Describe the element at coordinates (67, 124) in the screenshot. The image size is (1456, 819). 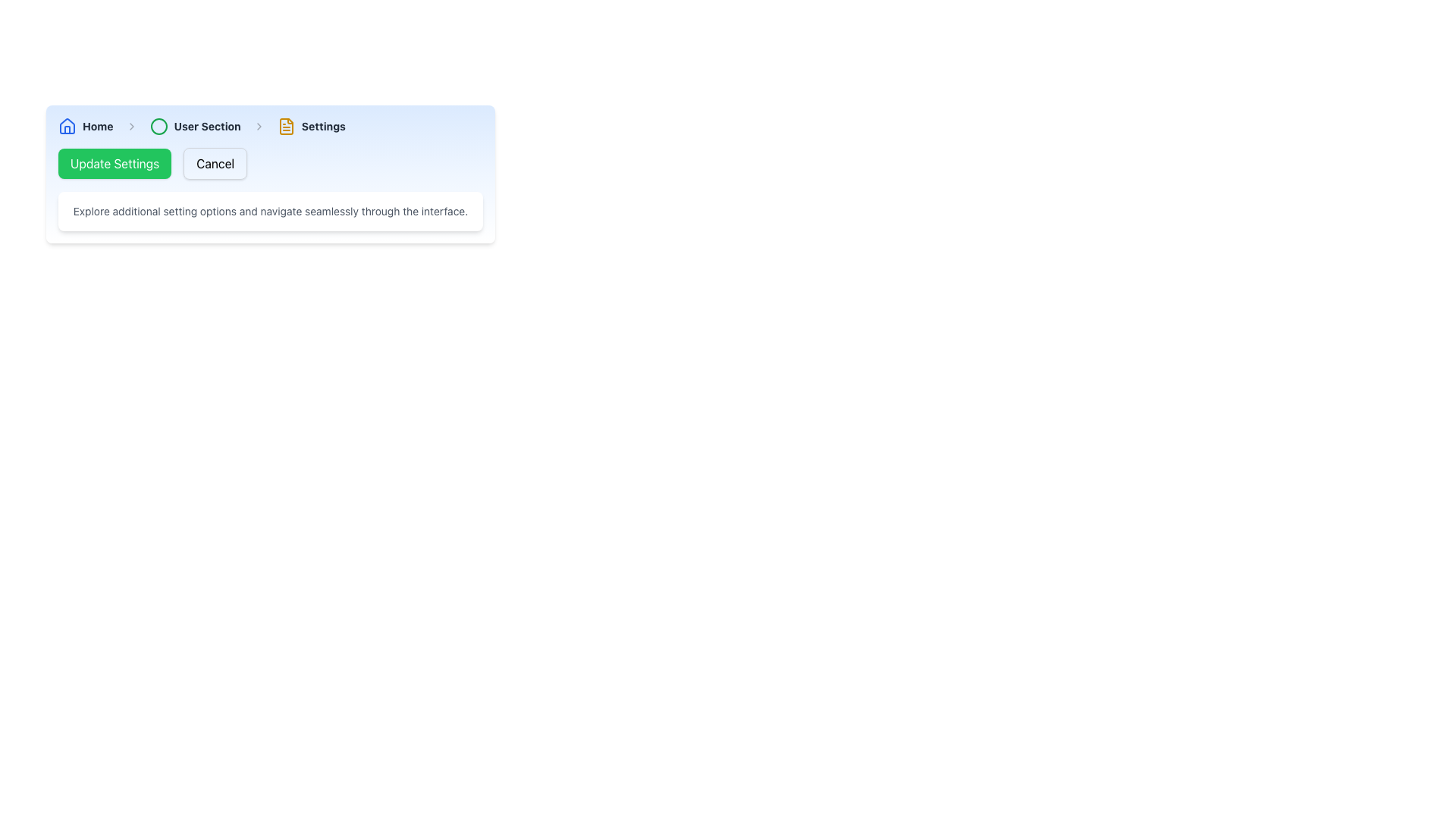
I see `the Home icon in the breadcrumb navigation bar` at that location.